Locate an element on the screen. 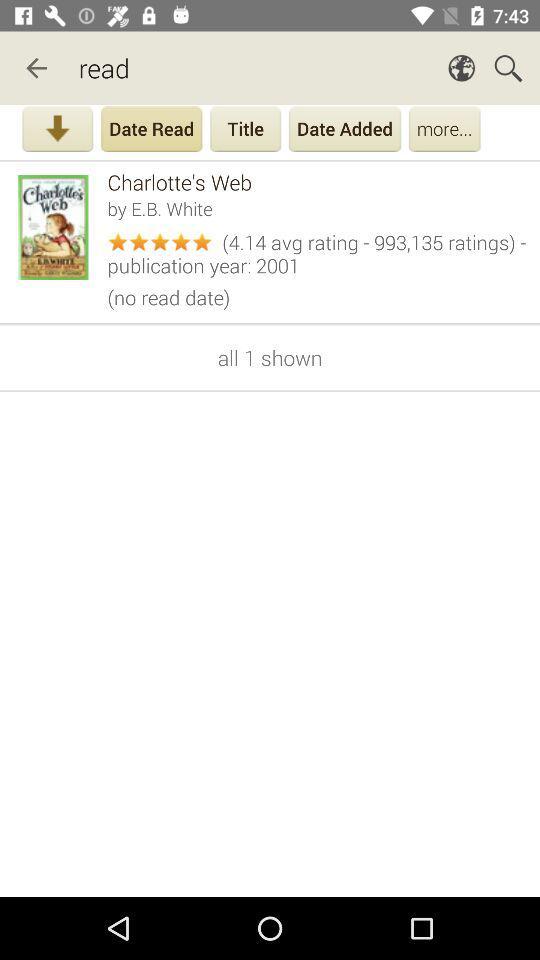 The image size is (540, 960). the item below charlotte's web is located at coordinates (317, 208).